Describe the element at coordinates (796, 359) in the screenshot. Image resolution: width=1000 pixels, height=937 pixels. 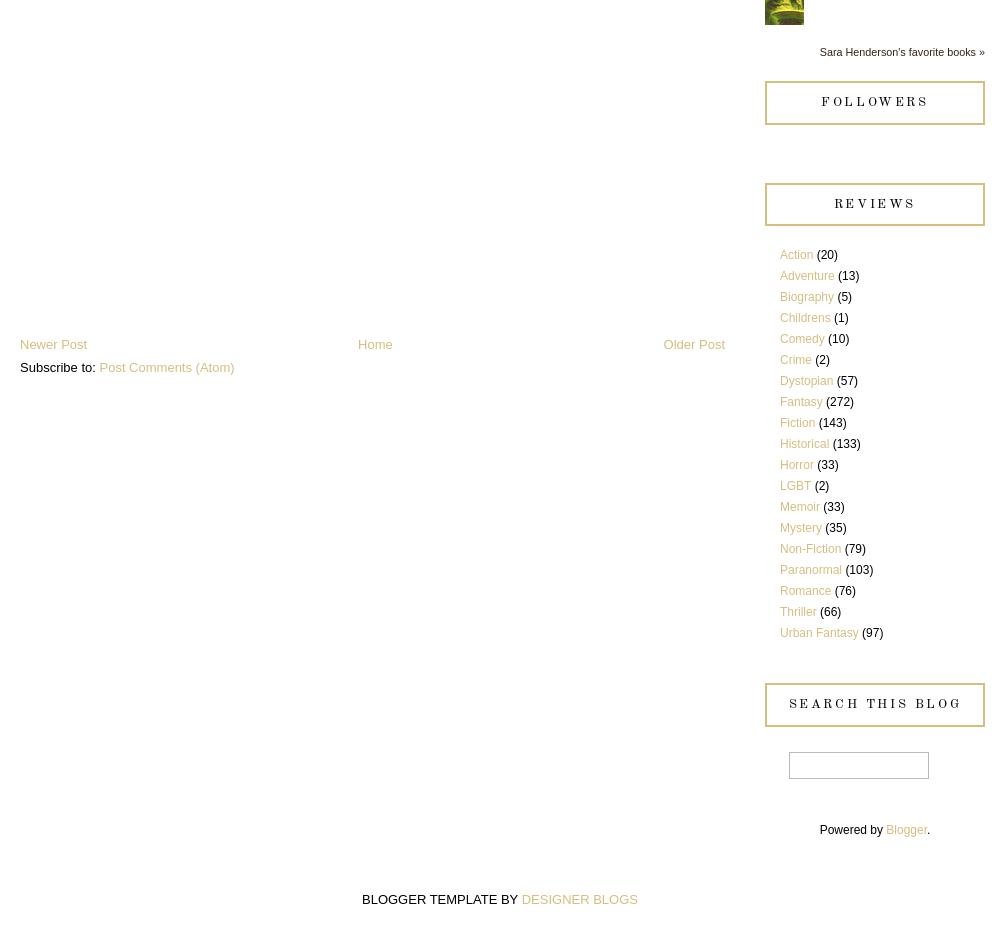
I see `'Crime'` at that location.